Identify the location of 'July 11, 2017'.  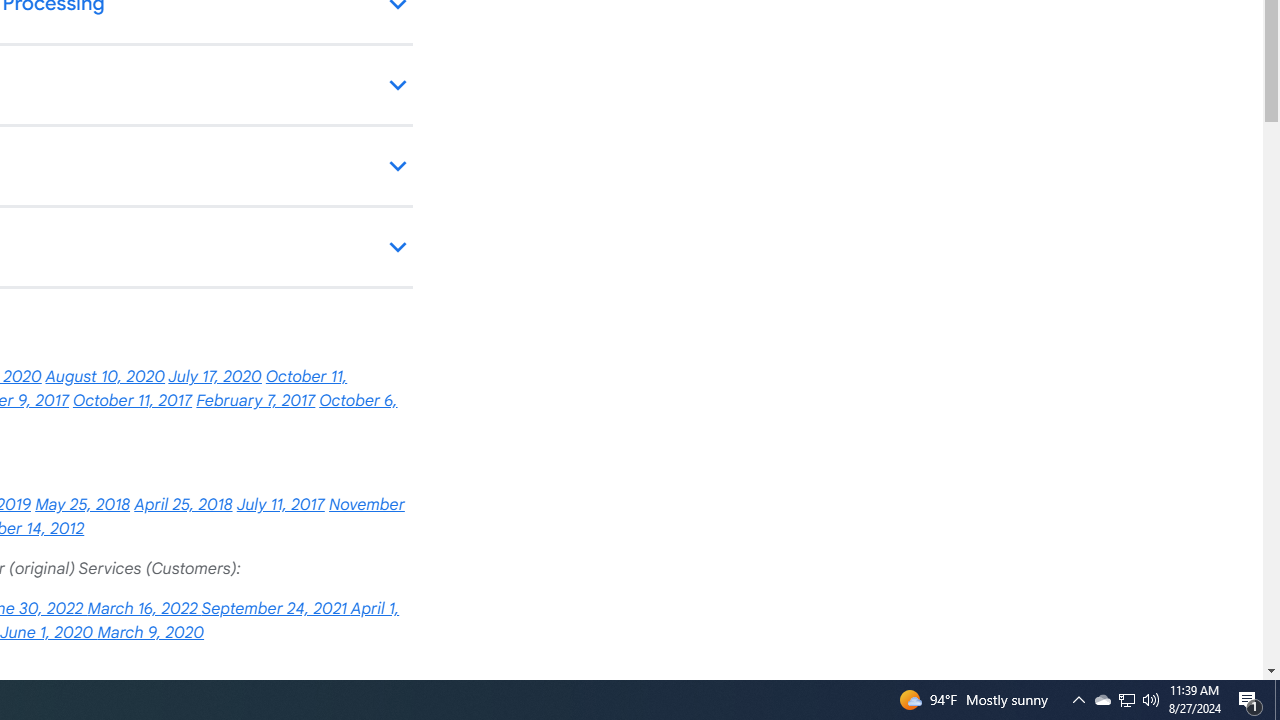
(279, 504).